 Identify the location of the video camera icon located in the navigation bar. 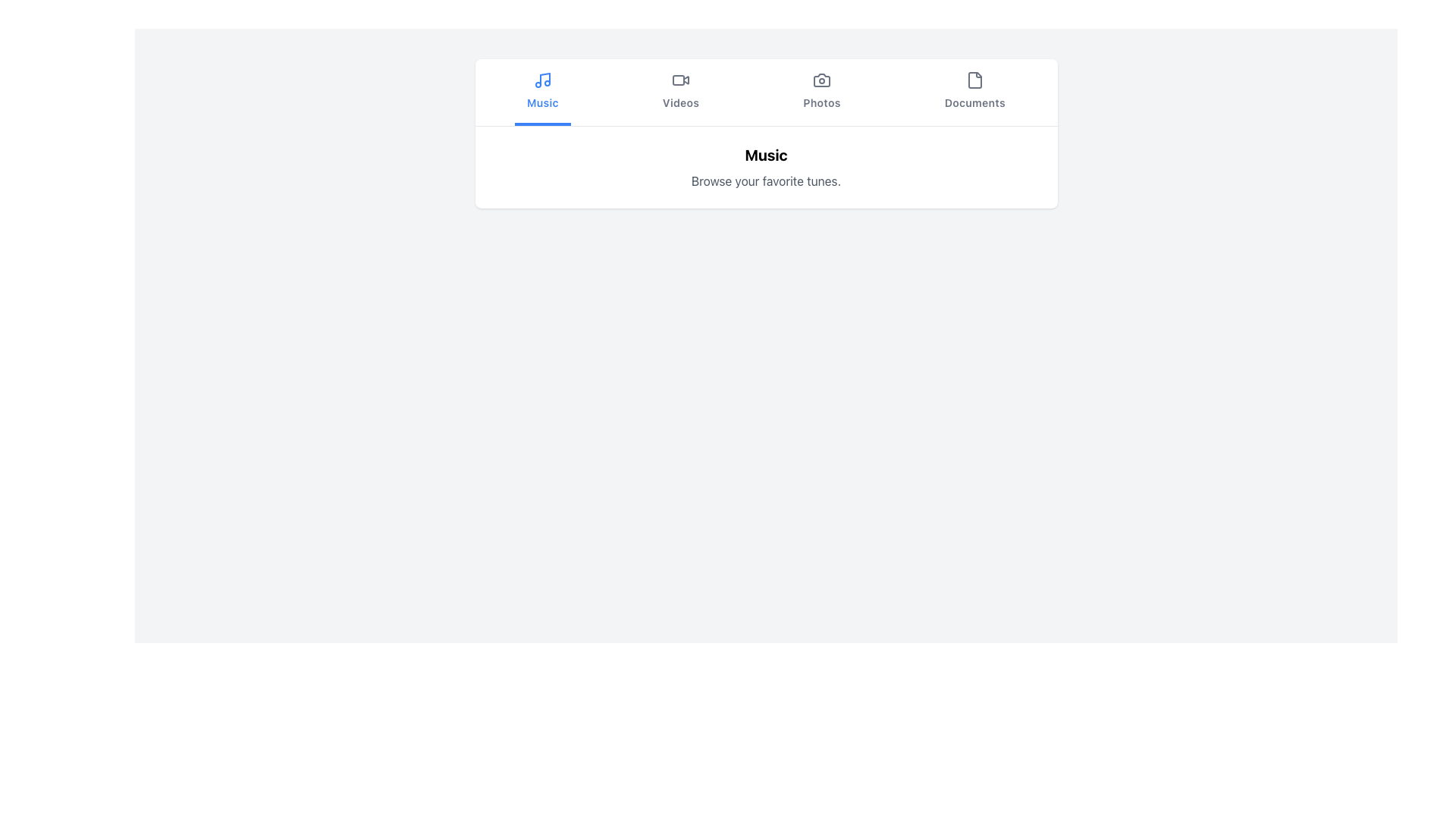
(679, 80).